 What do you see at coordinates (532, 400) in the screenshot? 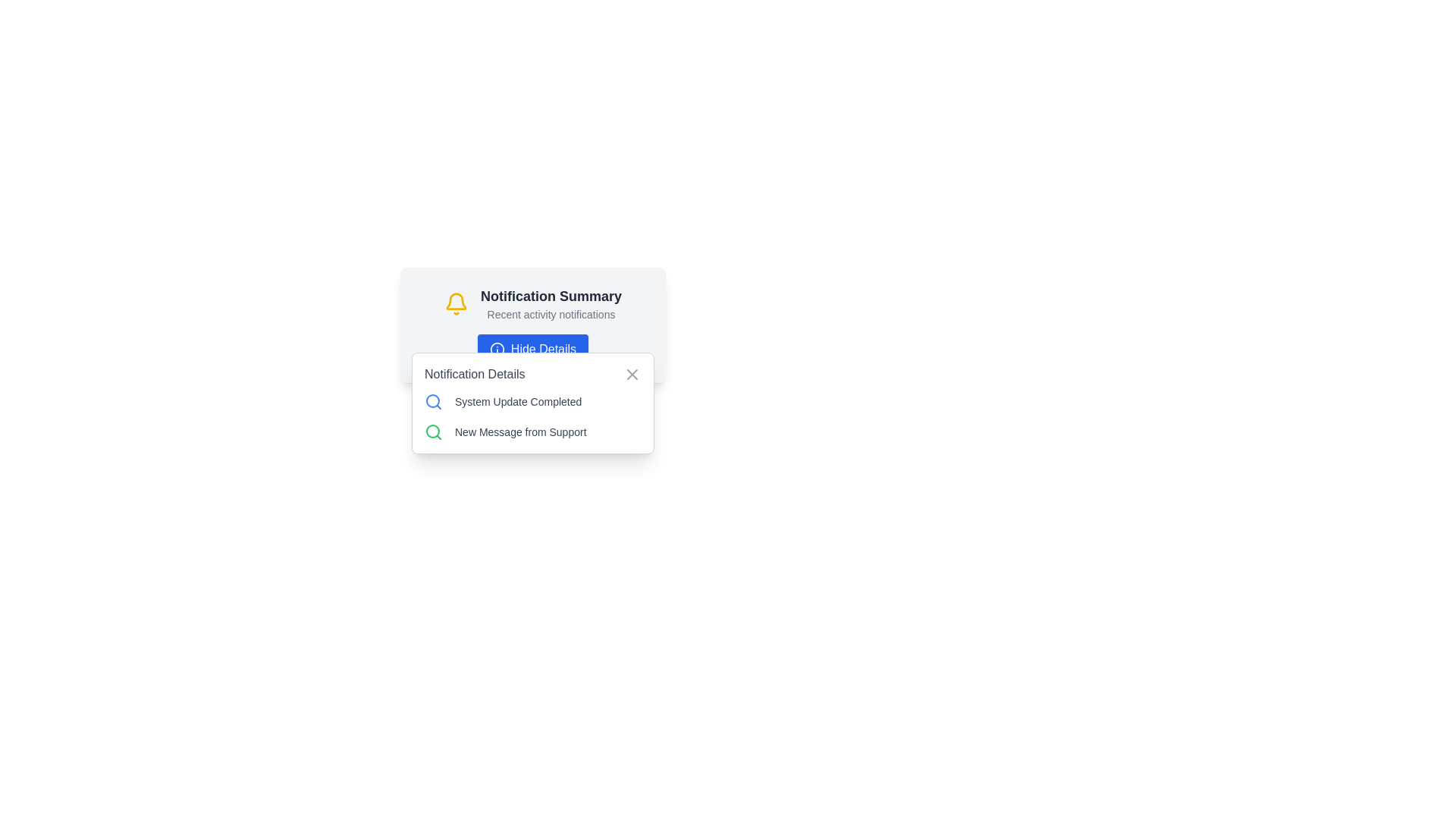
I see `the notification indicating that a system update has been completed` at bounding box center [532, 400].